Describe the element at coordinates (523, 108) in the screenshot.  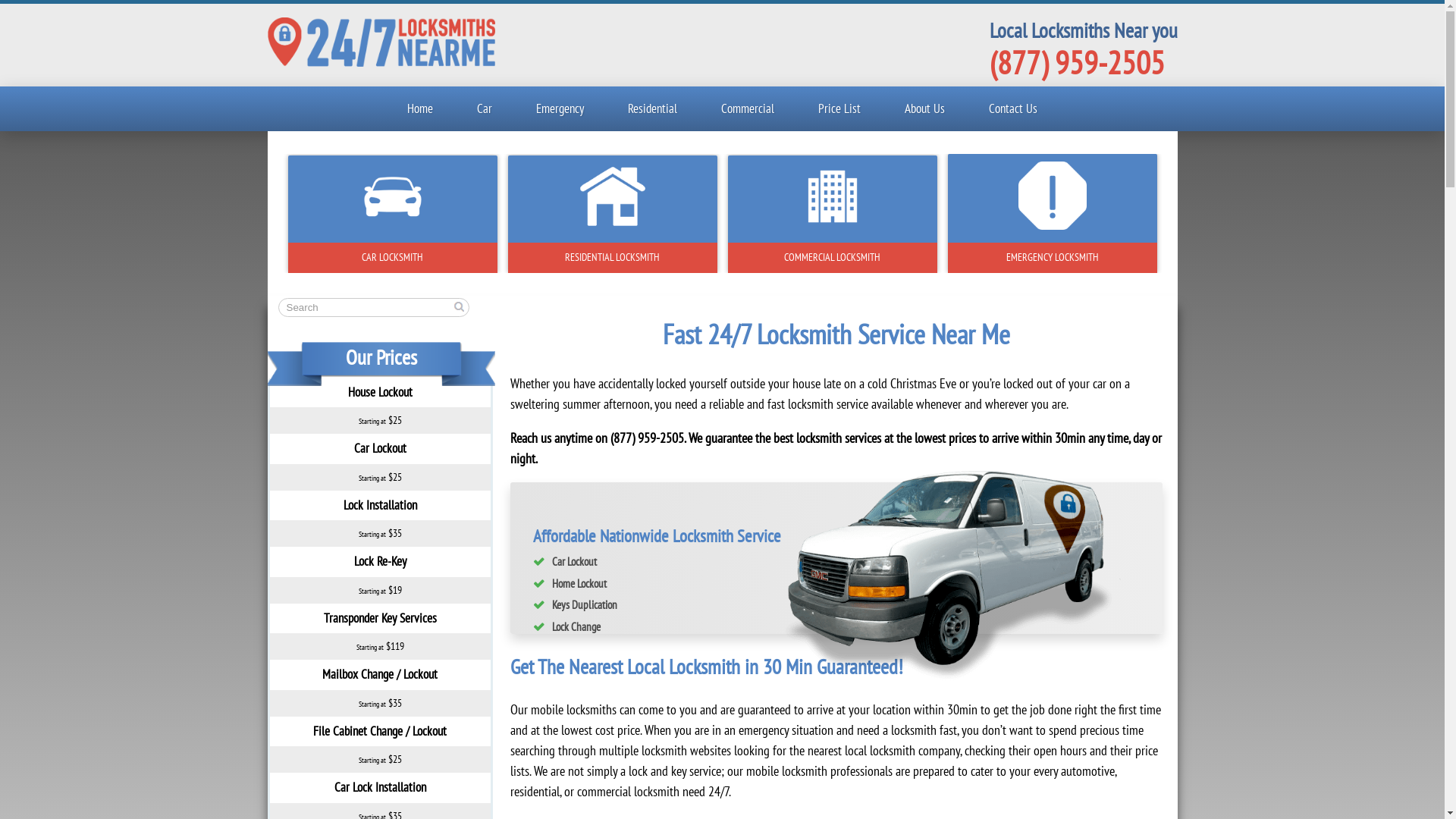
I see `'Emergency'` at that location.